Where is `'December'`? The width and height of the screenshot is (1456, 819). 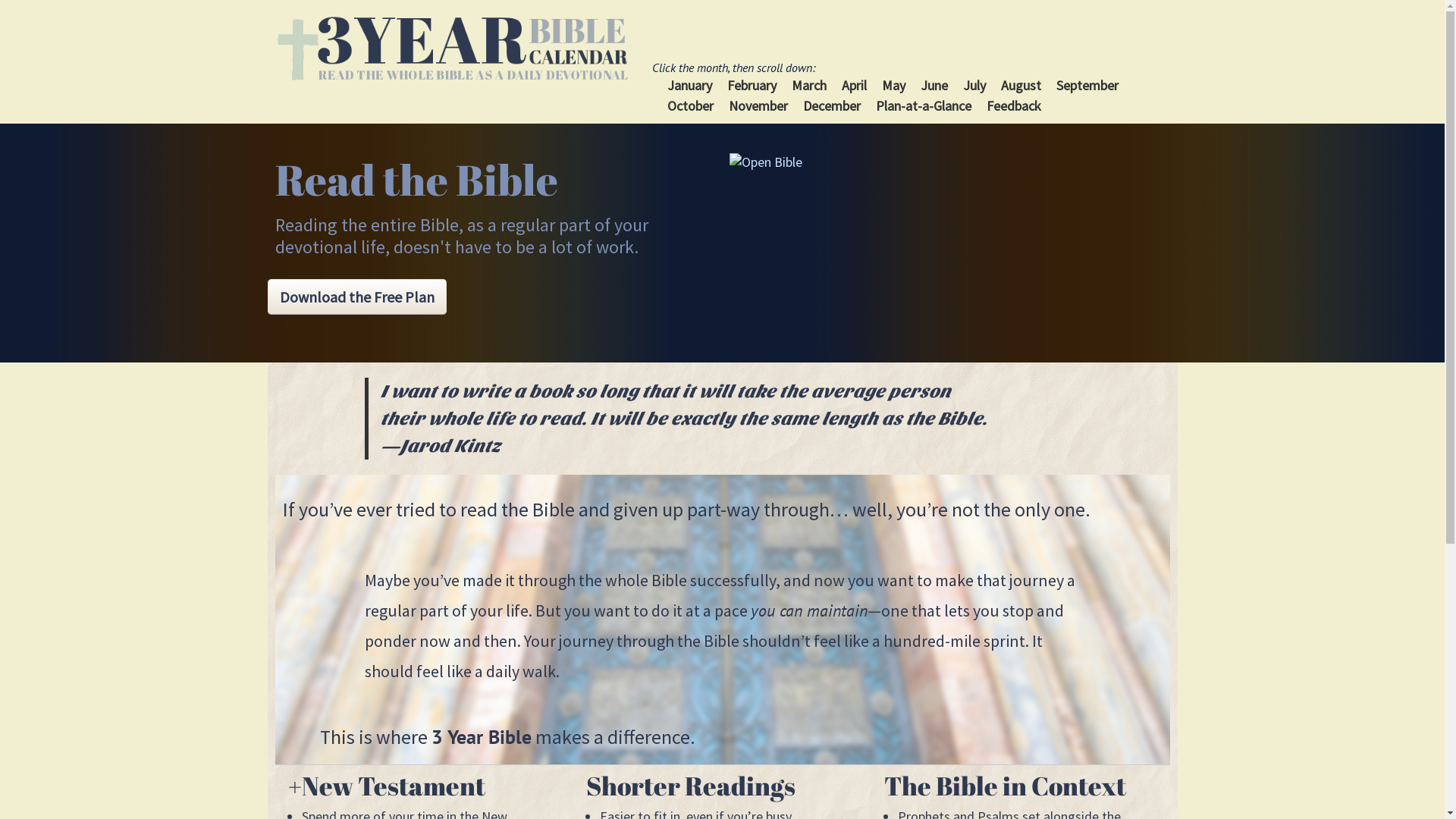
'December' is located at coordinates (831, 105).